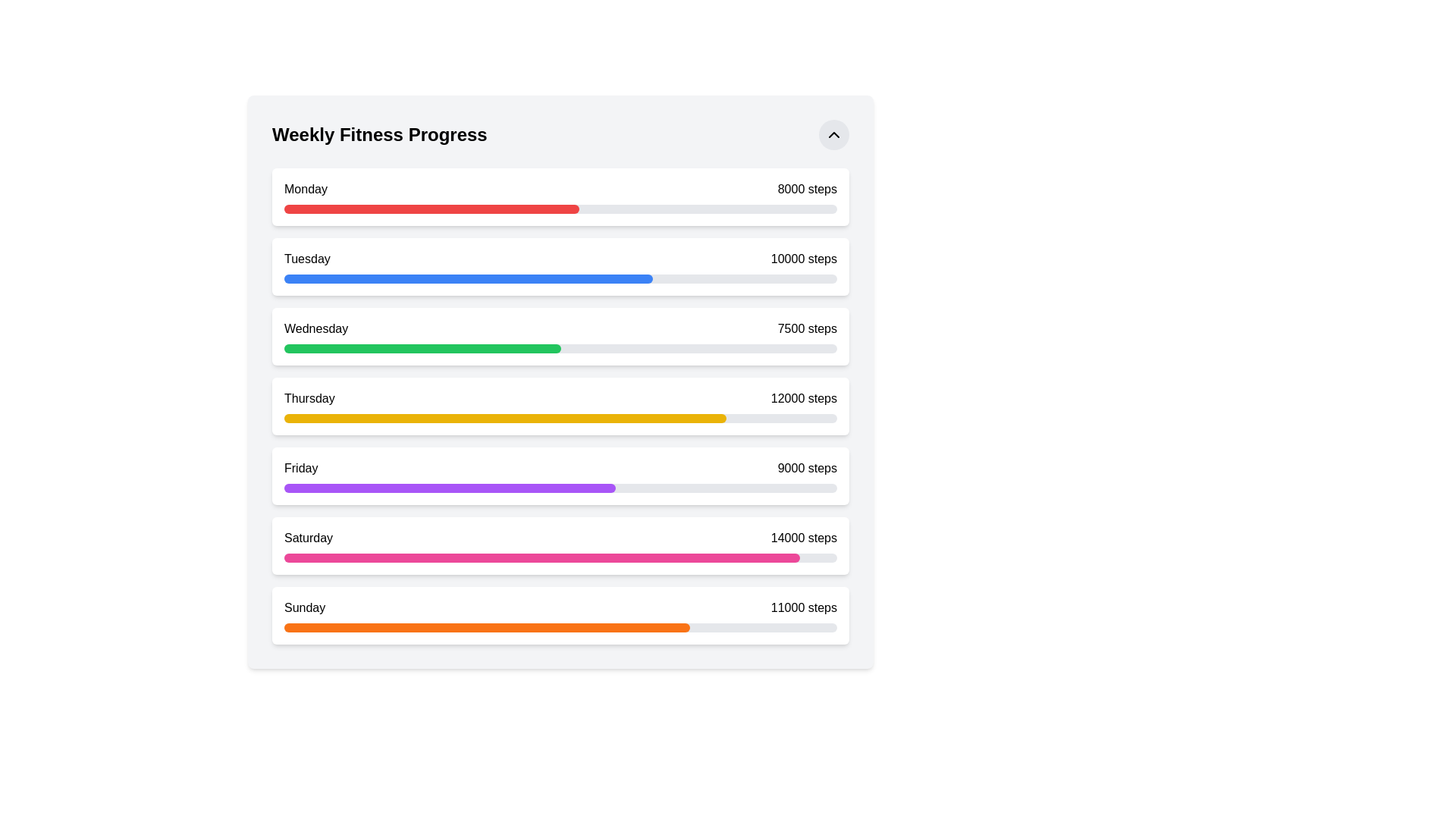 The width and height of the screenshot is (1456, 819). I want to click on the progress bar component displaying 'Tuesday' and '10000 steps' to select it, so click(560, 265).